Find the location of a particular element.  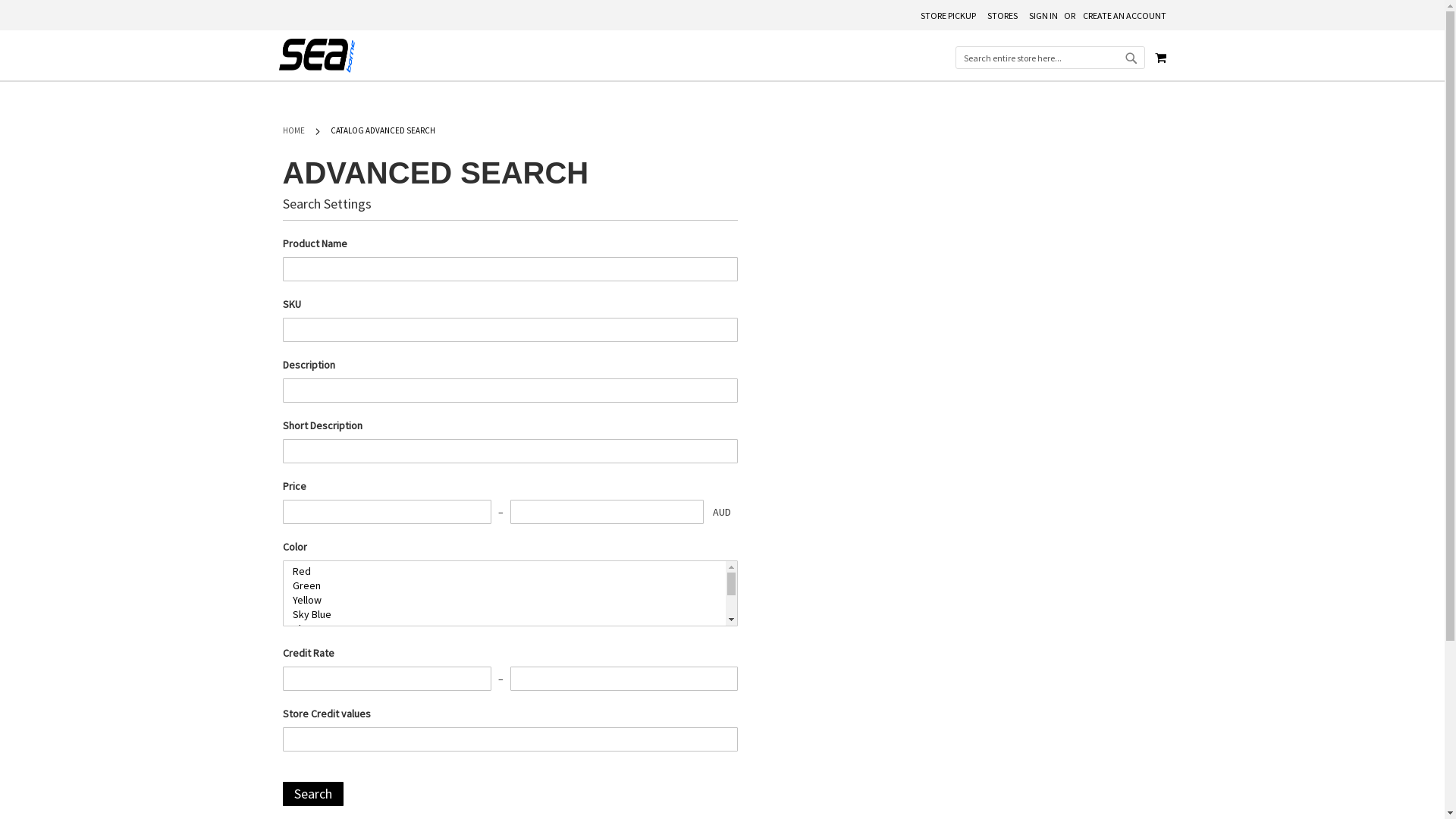

'SEARCH' is located at coordinates (1131, 58).